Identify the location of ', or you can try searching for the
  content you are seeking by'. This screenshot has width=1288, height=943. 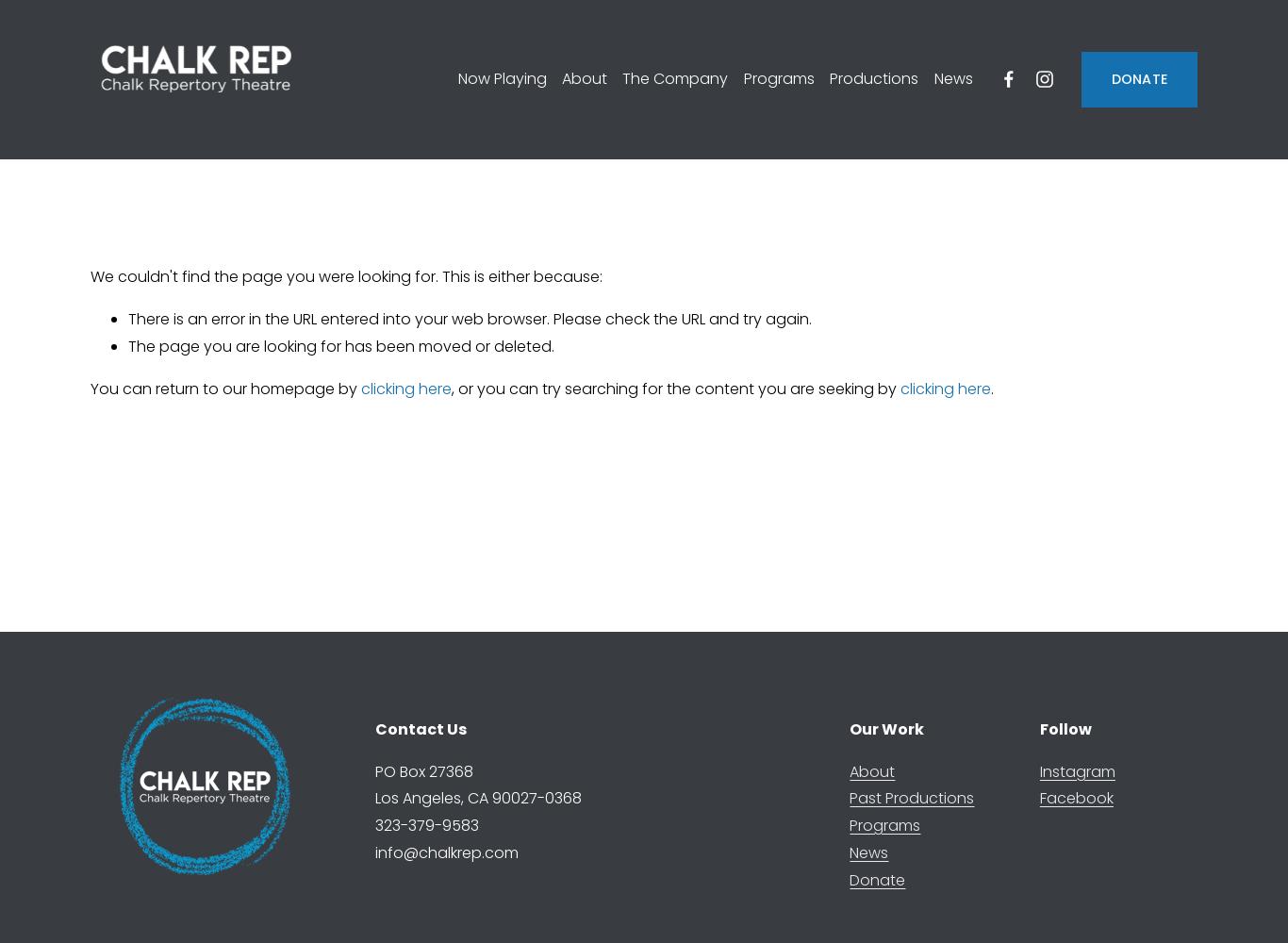
(450, 388).